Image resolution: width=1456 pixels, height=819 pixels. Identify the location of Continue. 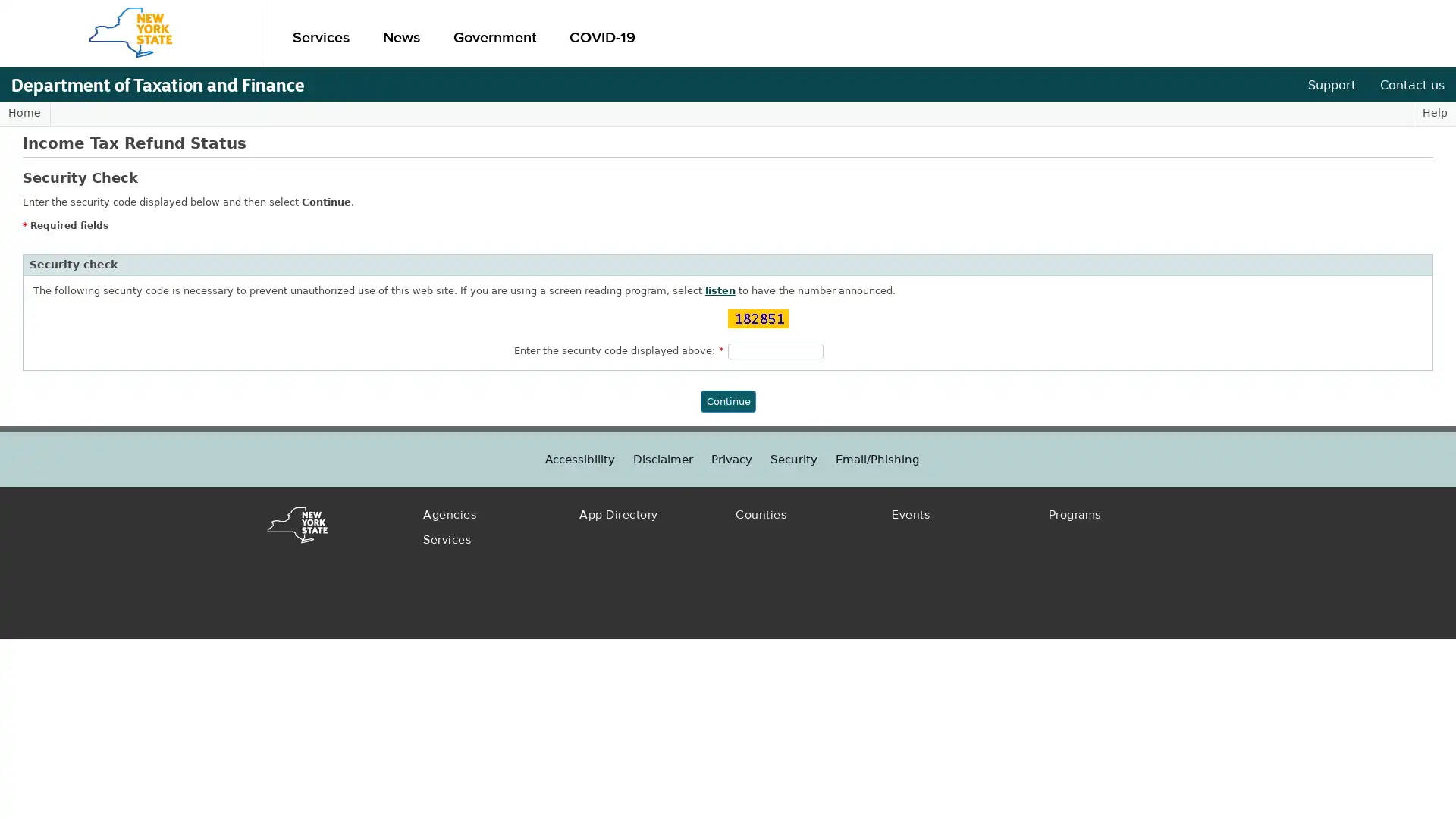
(728, 400).